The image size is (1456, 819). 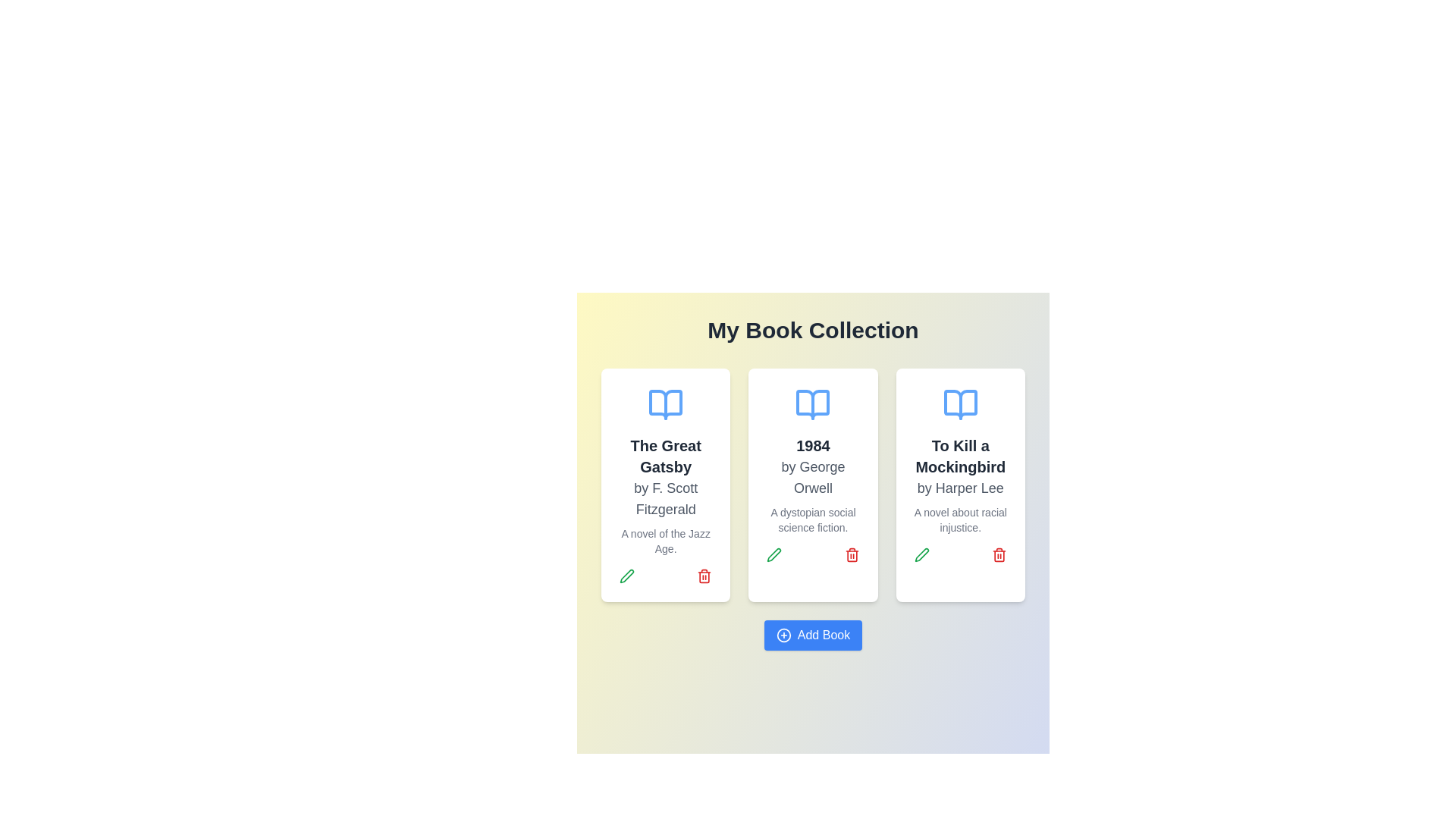 What do you see at coordinates (812, 329) in the screenshot?
I see `the bold heading 'My Book Collection' which is centered at the top of the interface and displayed in large font with a black color on a gradient background` at bounding box center [812, 329].